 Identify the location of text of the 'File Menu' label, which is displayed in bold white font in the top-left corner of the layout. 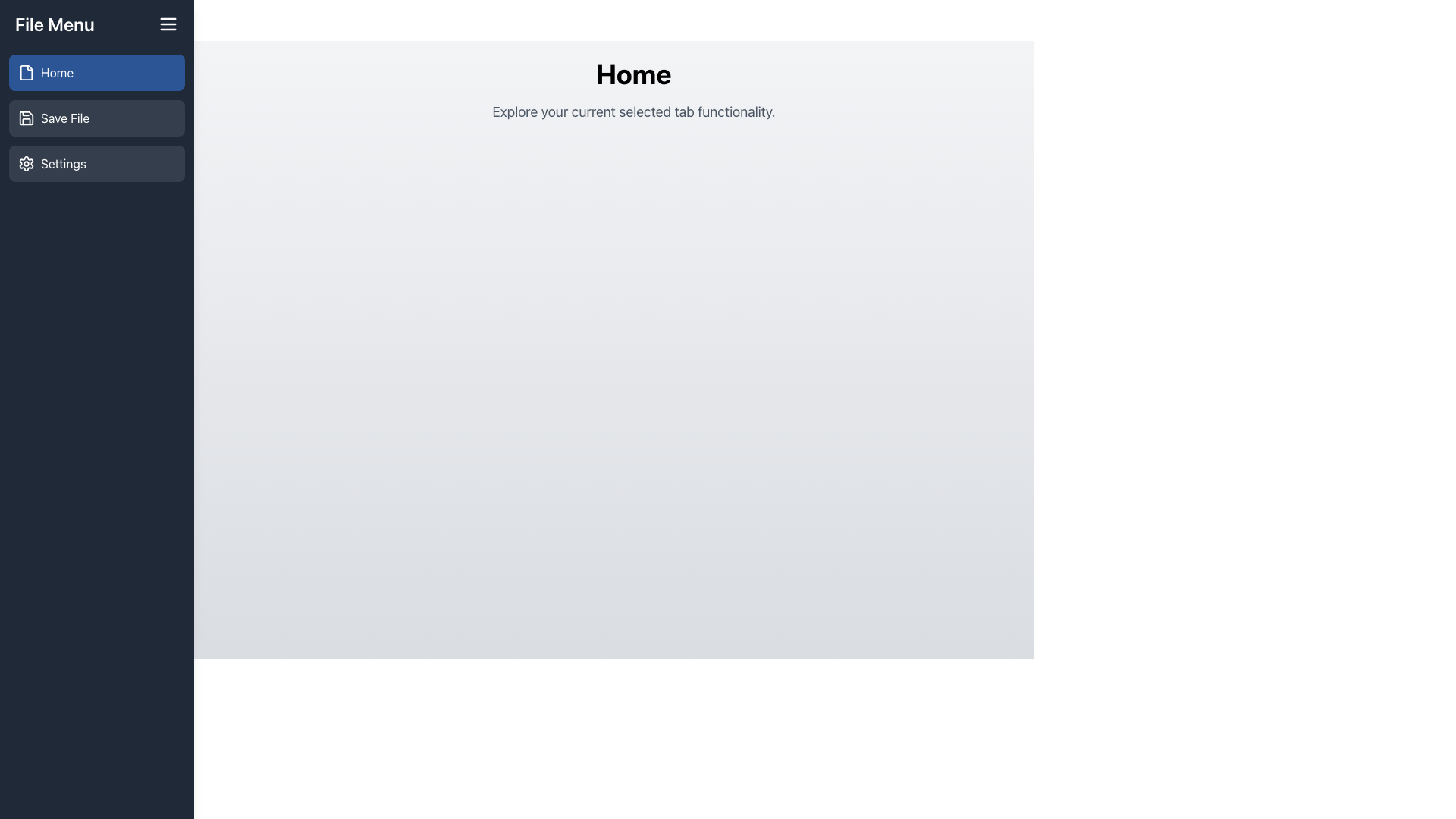
(55, 24).